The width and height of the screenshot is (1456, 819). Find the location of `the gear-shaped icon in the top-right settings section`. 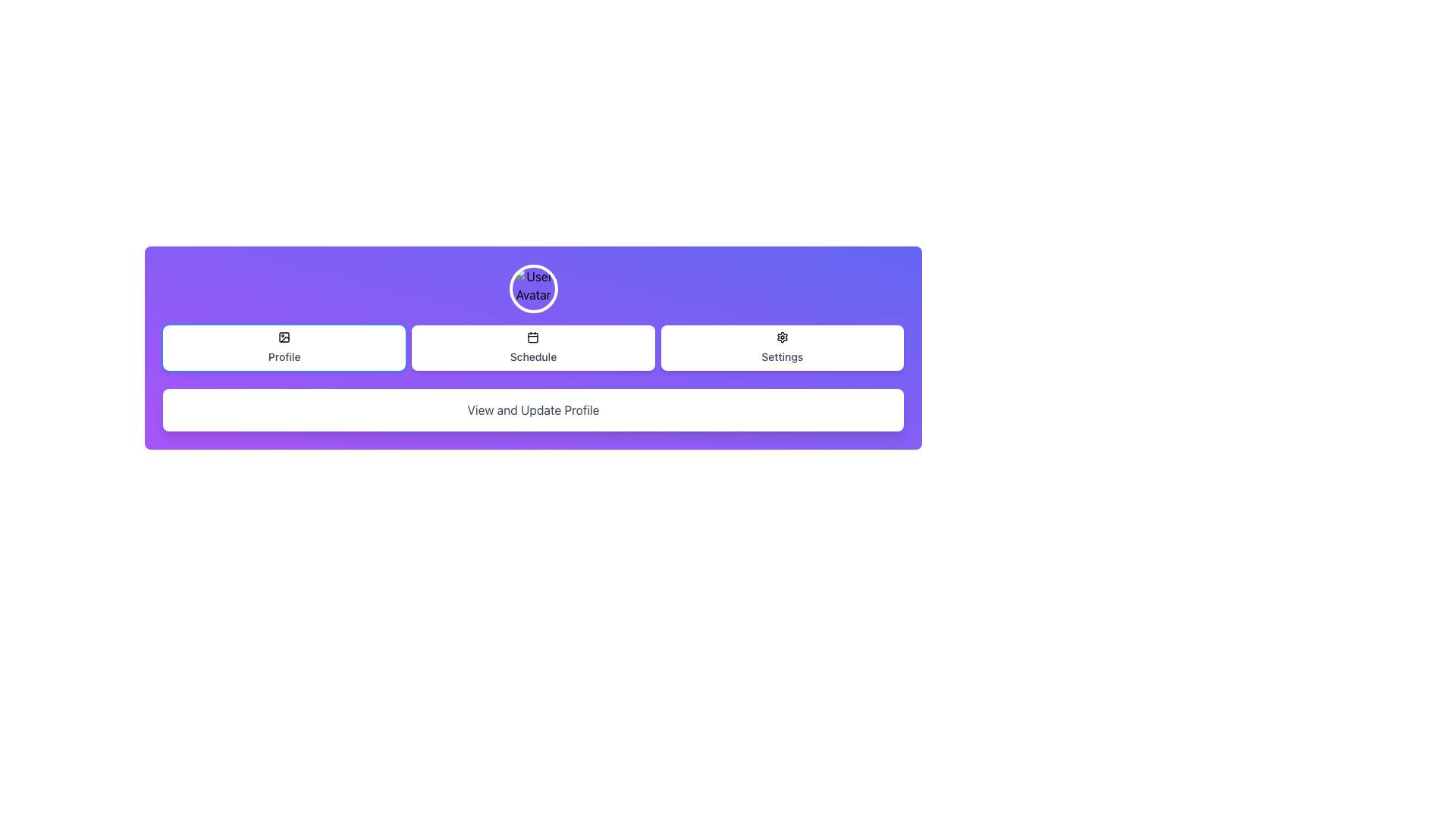

the gear-shaped icon in the top-right settings section is located at coordinates (782, 336).